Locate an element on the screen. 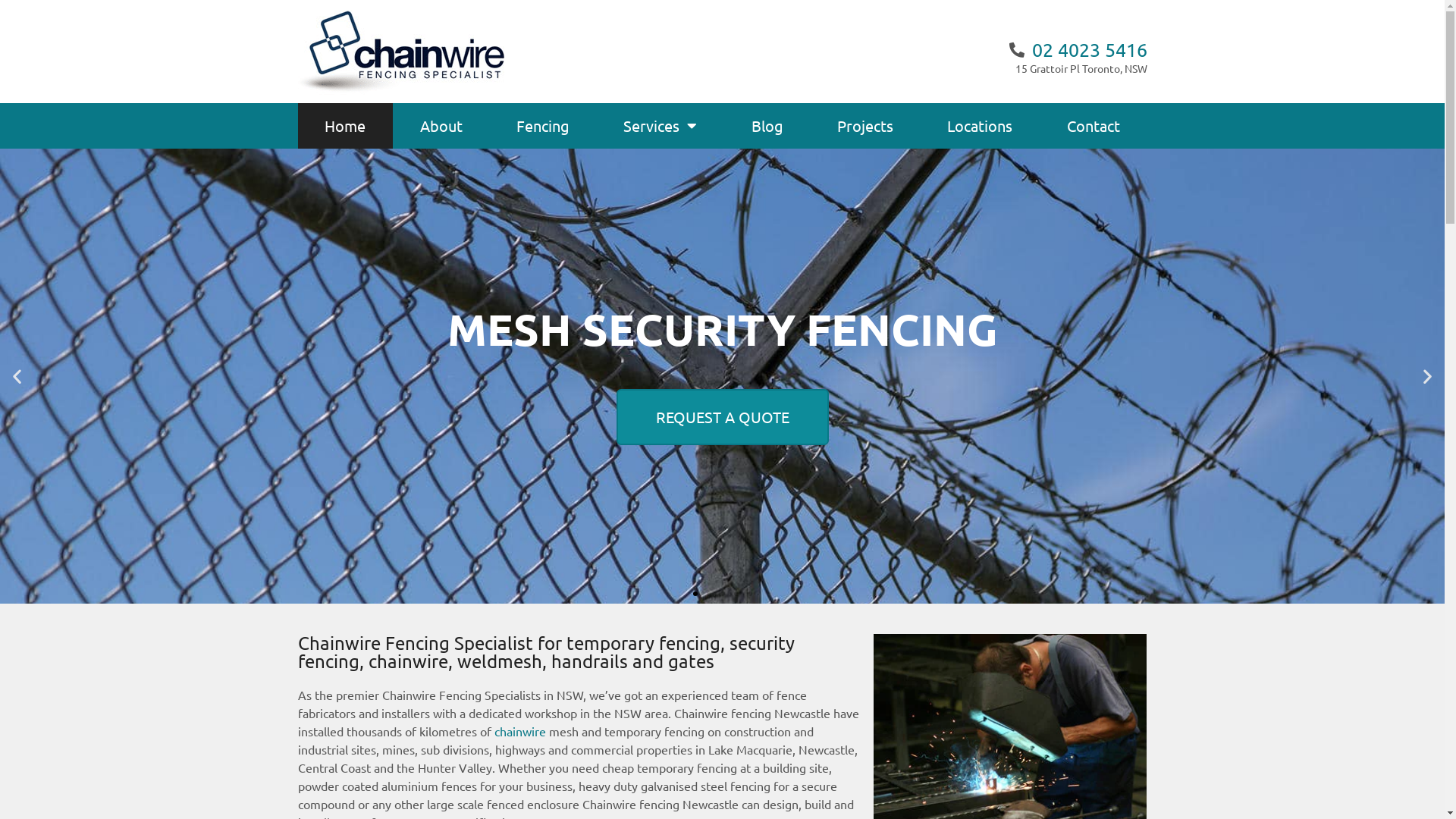 The image size is (1456, 819). 'Contact' is located at coordinates (1039, 124).